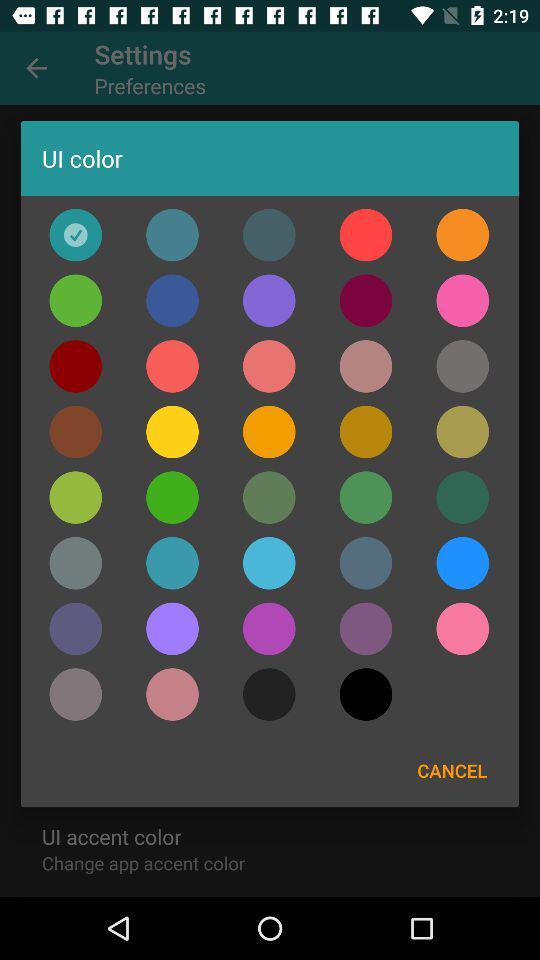 The height and width of the screenshot is (960, 540). What do you see at coordinates (74, 496) in the screenshot?
I see `click on the green ball` at bounding box center [74, 496].